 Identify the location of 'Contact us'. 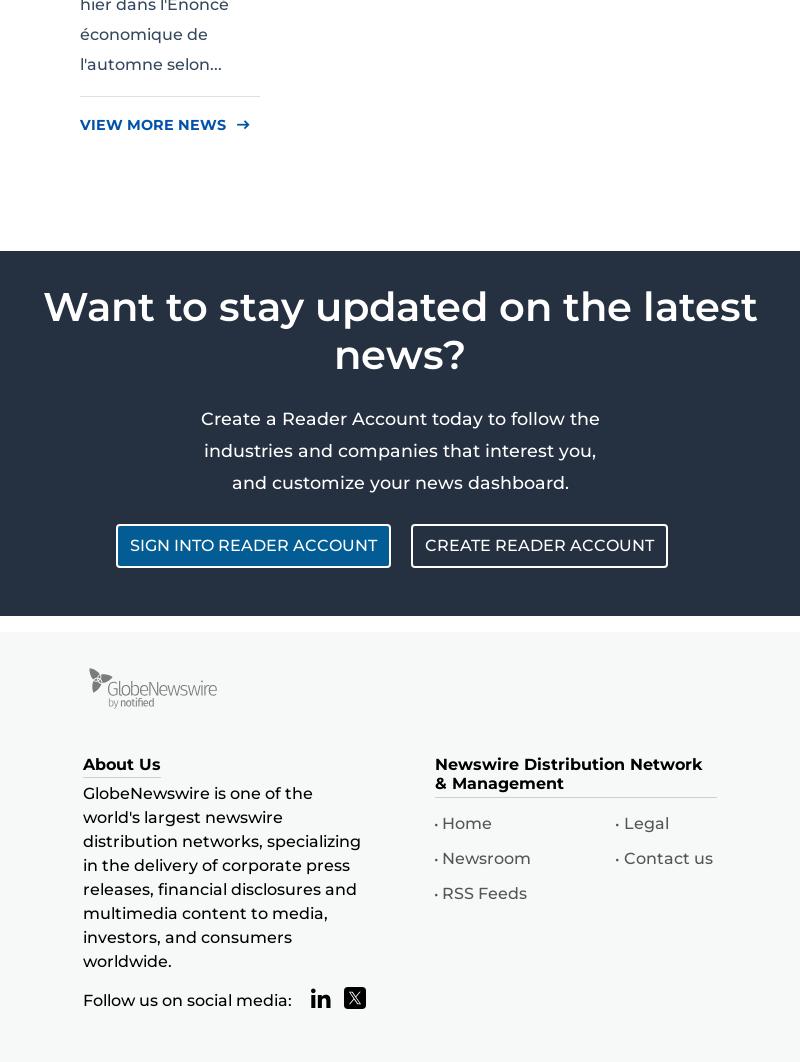
(667, 857).